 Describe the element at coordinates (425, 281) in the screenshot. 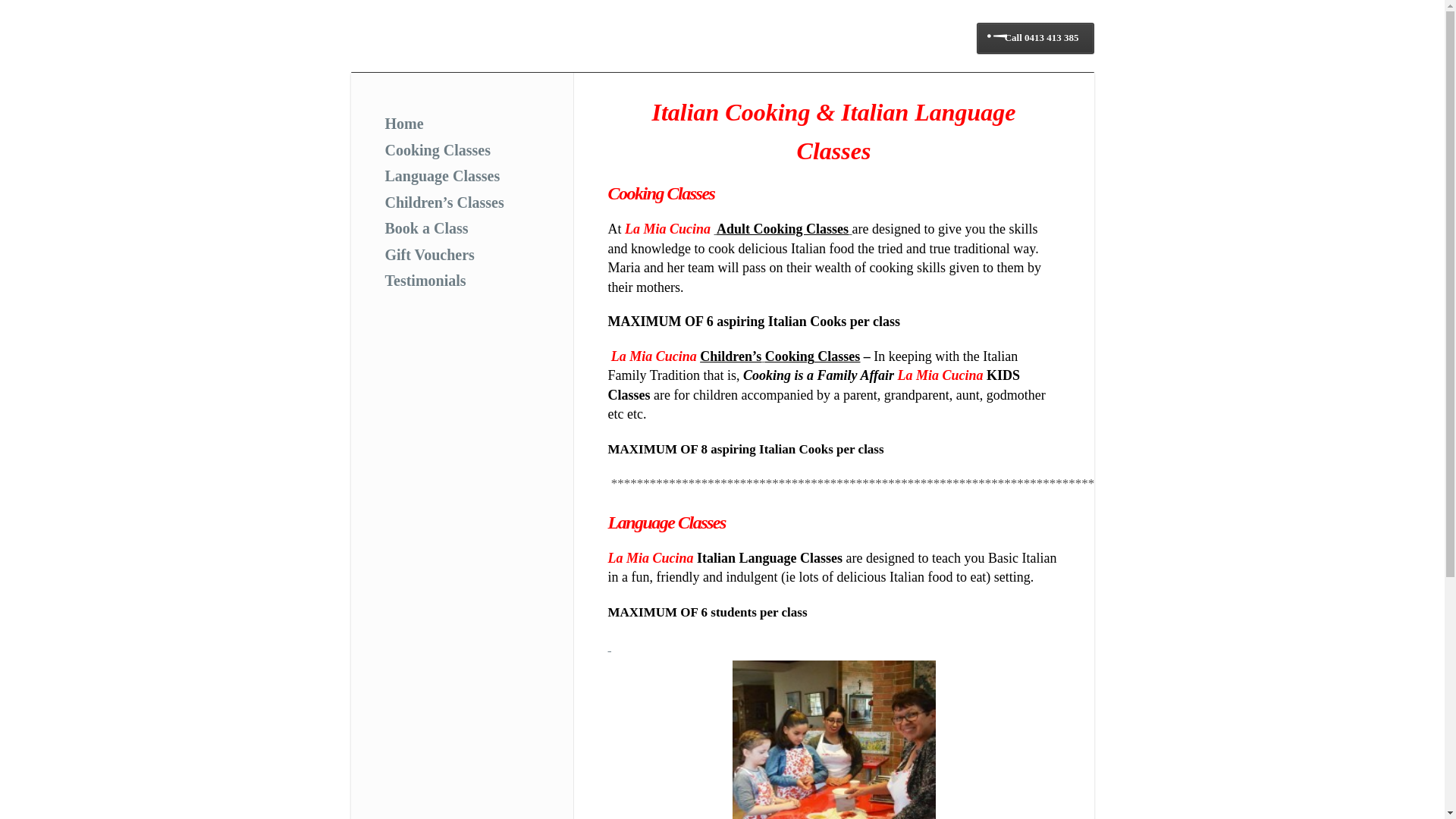

I see `'Testimonials'` at that location.